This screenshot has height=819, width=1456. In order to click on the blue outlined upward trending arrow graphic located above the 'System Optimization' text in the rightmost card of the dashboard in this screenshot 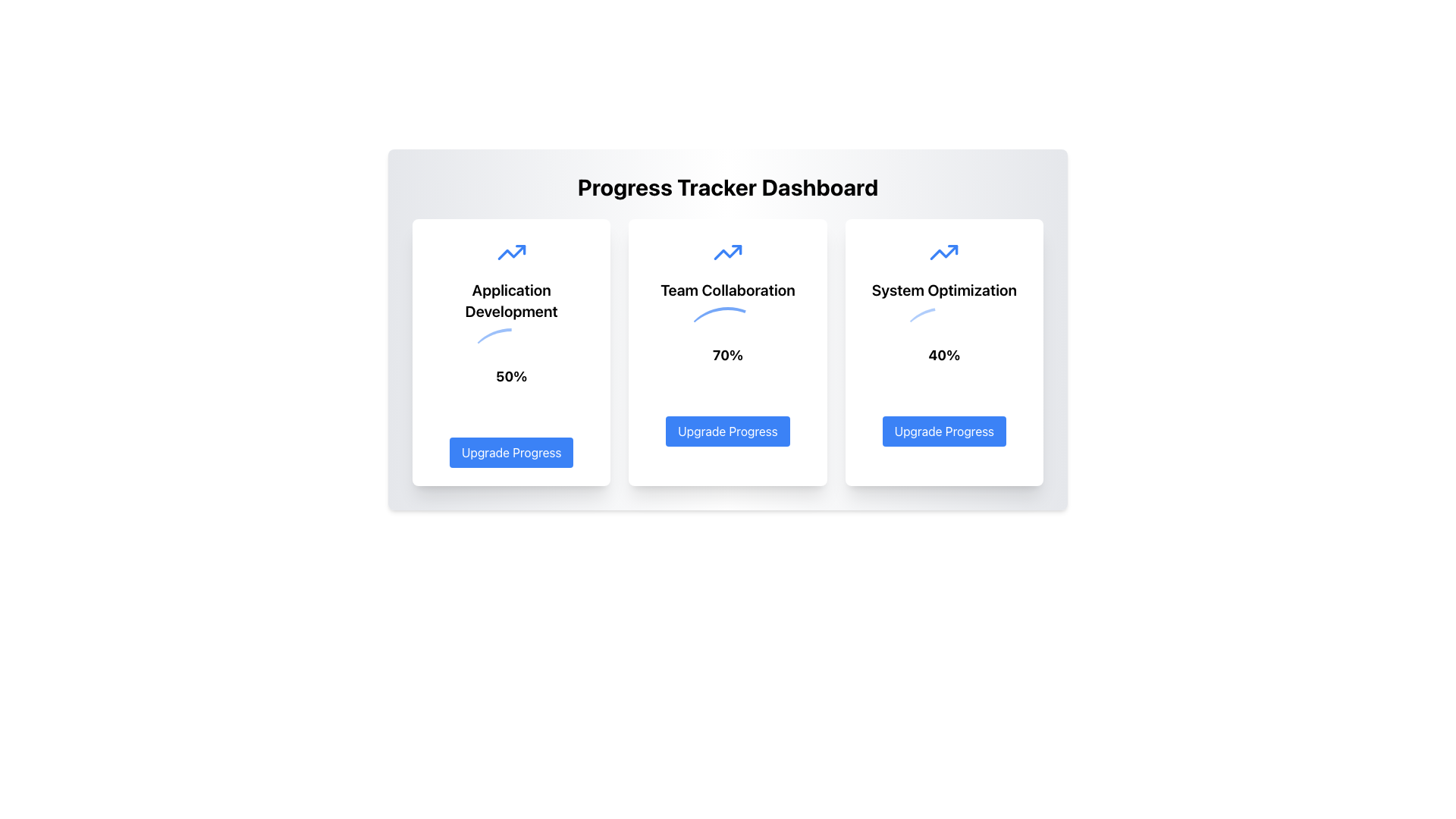, I will do `click(943, 251)`.